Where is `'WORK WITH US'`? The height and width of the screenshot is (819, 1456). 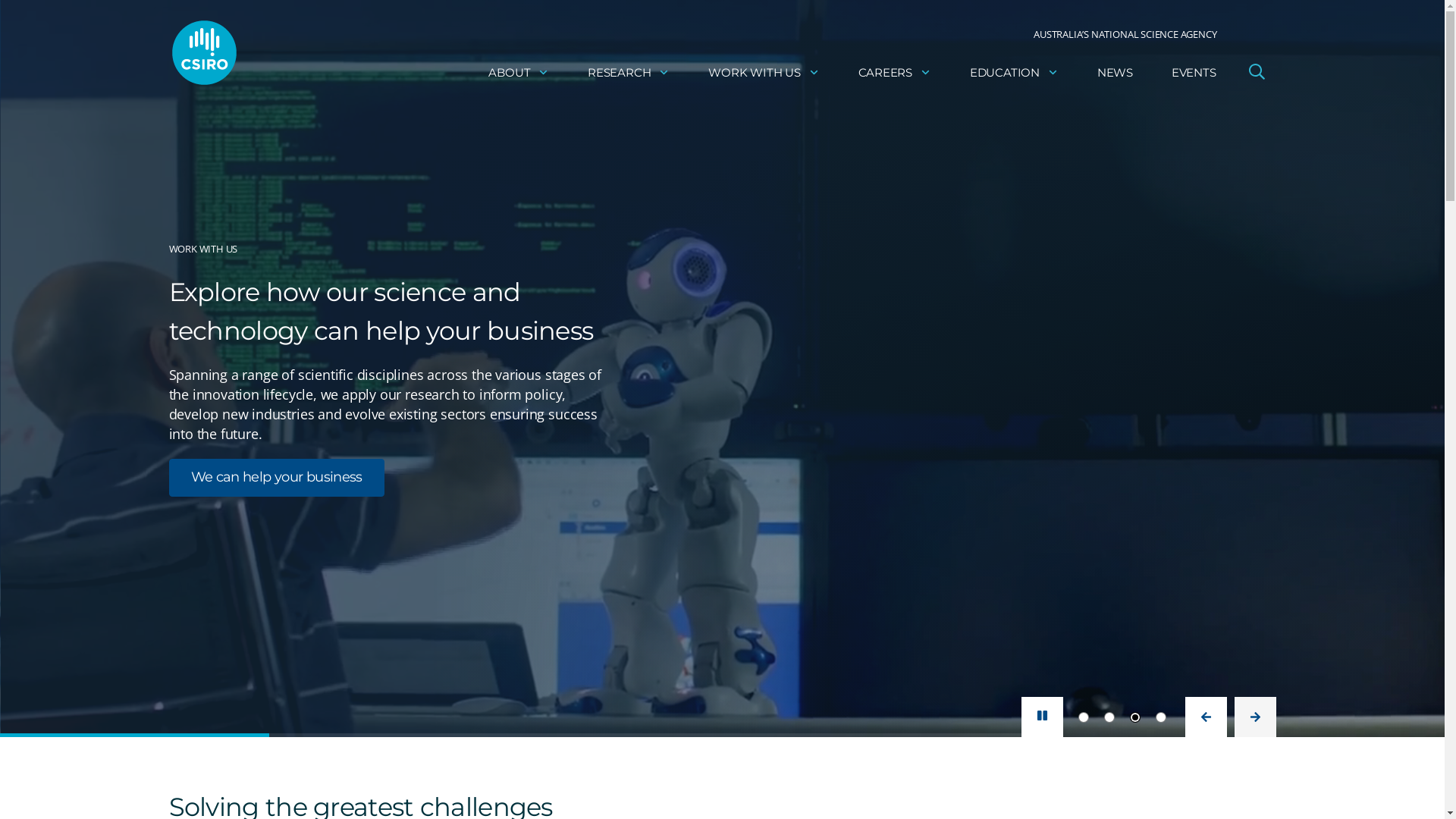
'WORK WITH US' is located at coordinates (764, 72).